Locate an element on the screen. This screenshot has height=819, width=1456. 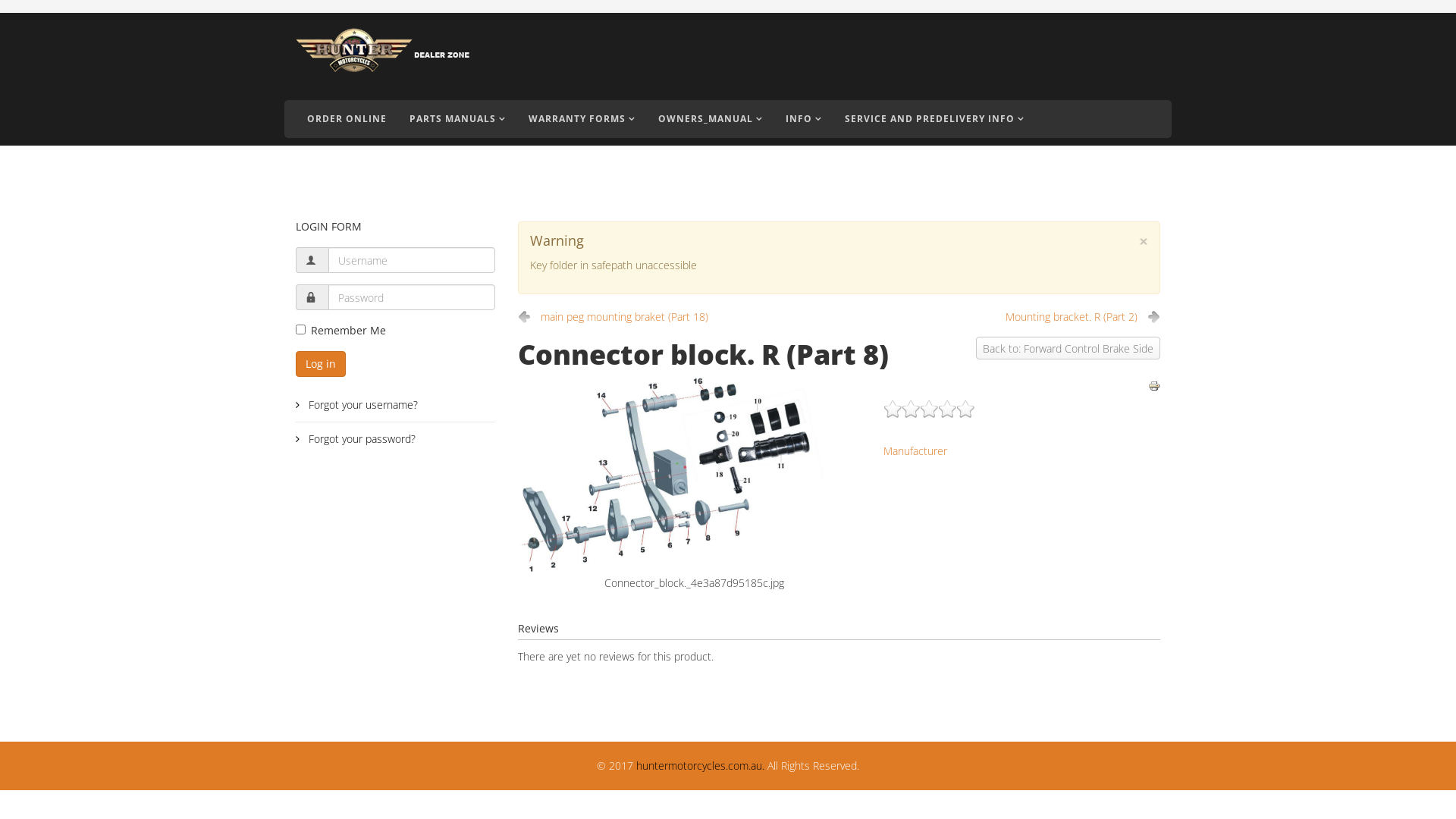
'Print' is located at coordinates (1153, 385).